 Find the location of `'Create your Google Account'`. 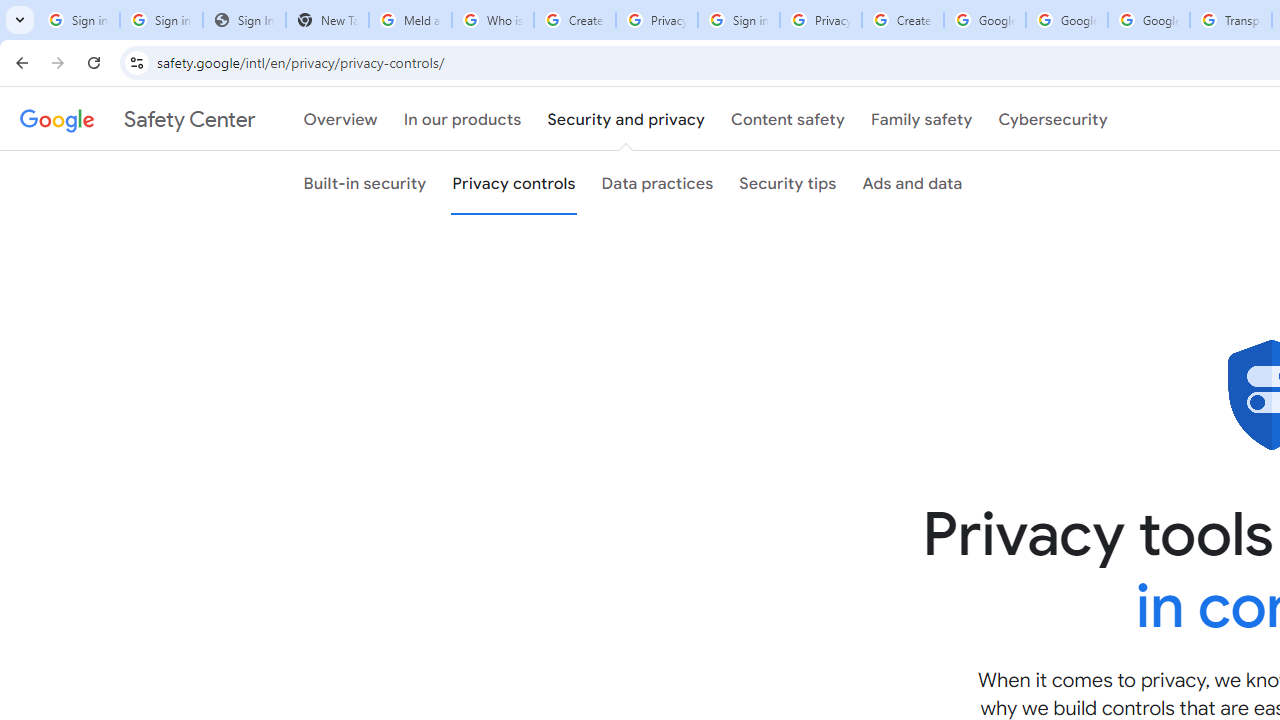

'Create your Google Account' is located at coordinates (573, 20).